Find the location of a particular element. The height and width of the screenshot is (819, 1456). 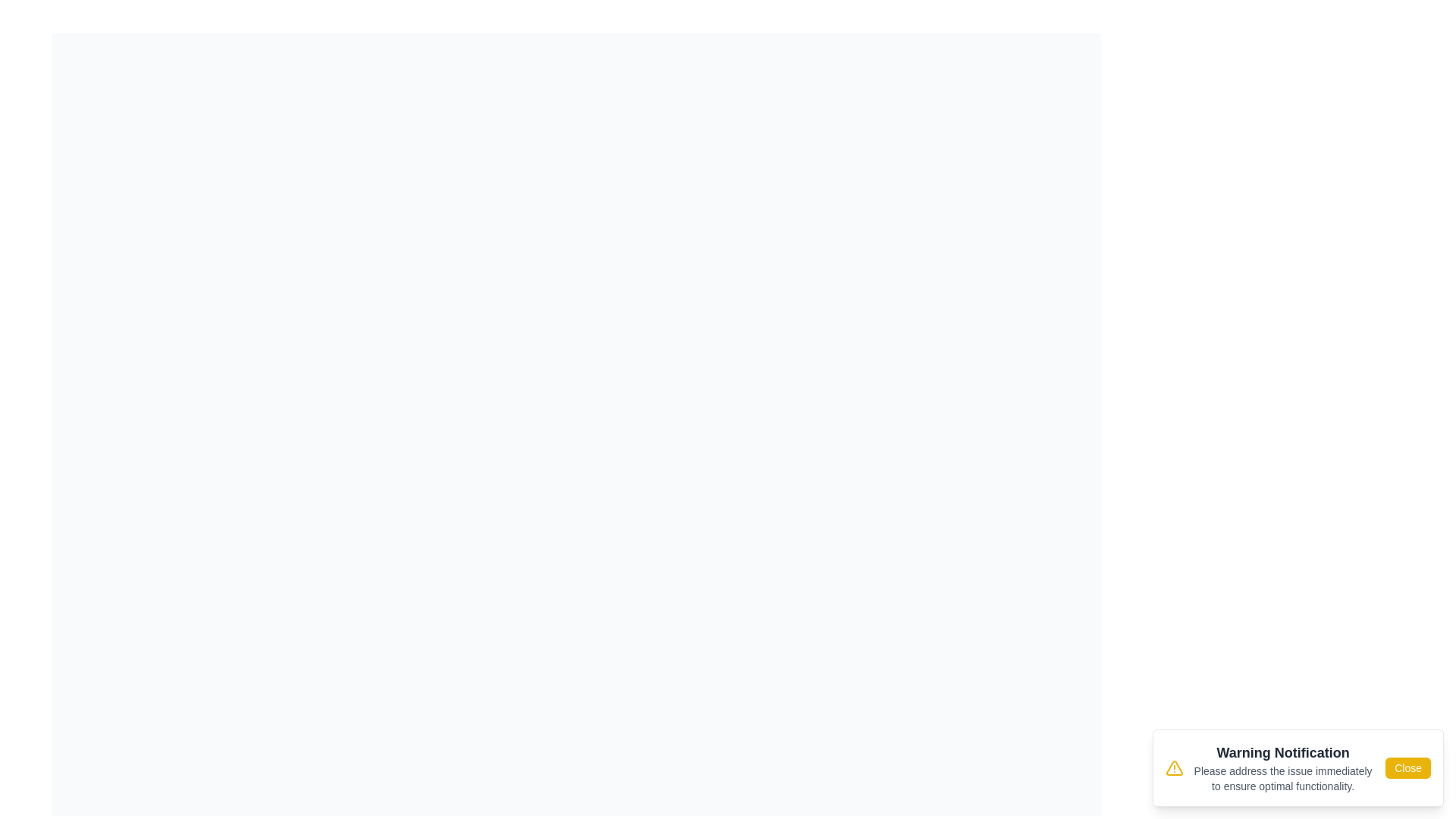

the warning icon to inspect it is located at coordinates (1174, 768).